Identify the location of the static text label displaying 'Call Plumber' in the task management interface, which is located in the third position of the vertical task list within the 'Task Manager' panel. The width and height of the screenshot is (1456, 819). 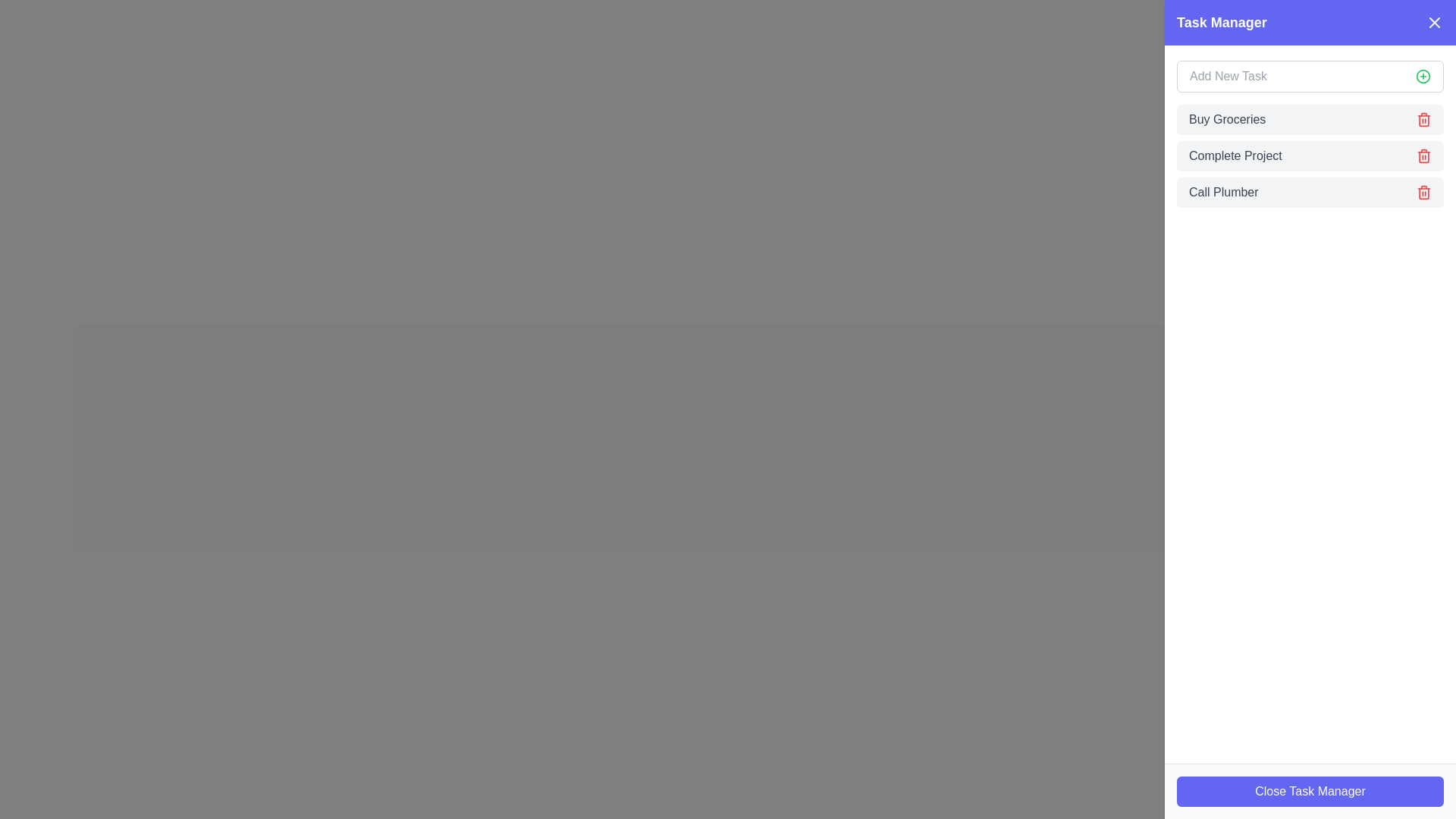
(1223, 192).